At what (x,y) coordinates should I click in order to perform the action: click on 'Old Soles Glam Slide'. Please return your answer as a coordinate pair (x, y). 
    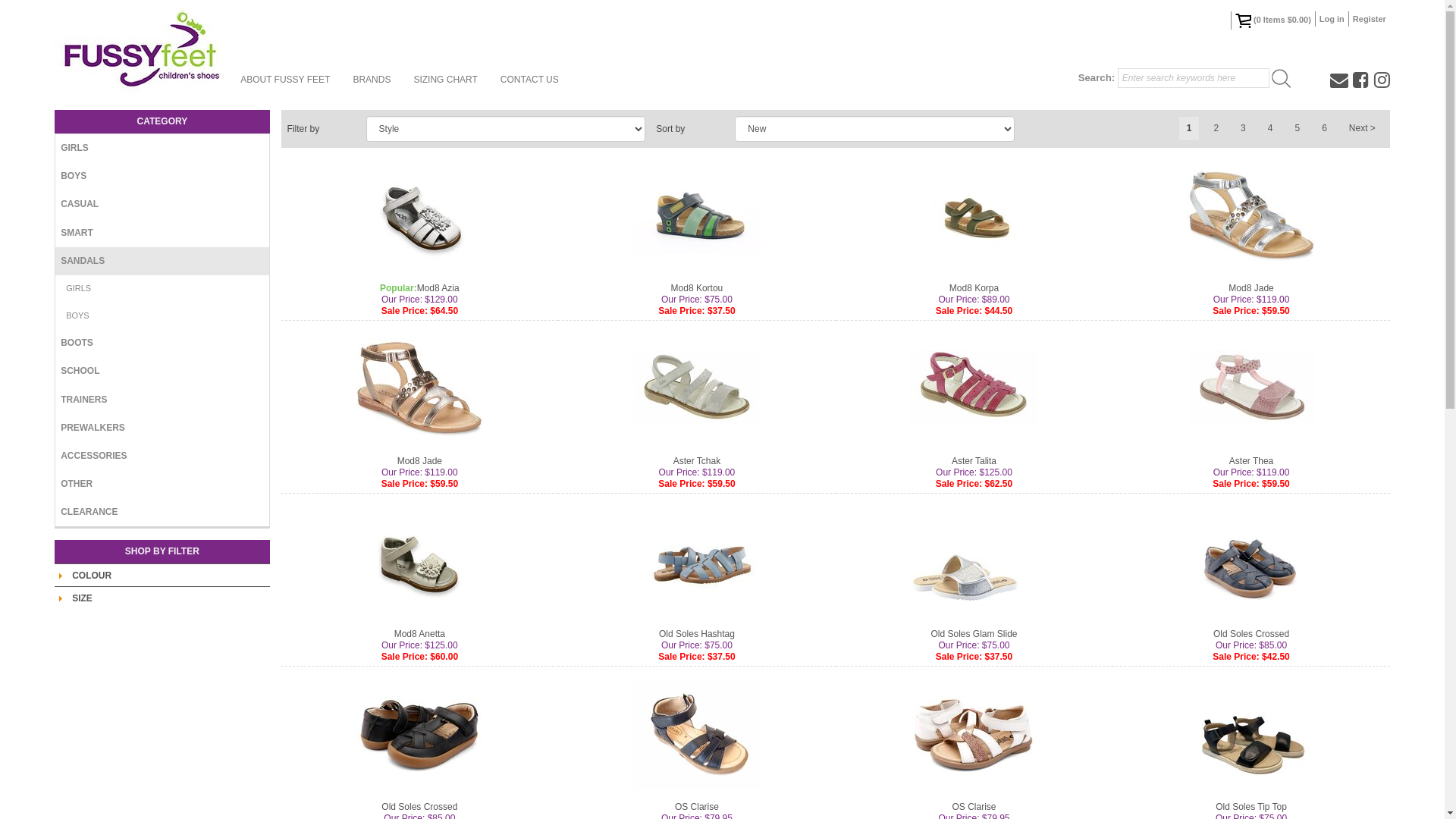
    Looking at the image, I should click on (973, 634).